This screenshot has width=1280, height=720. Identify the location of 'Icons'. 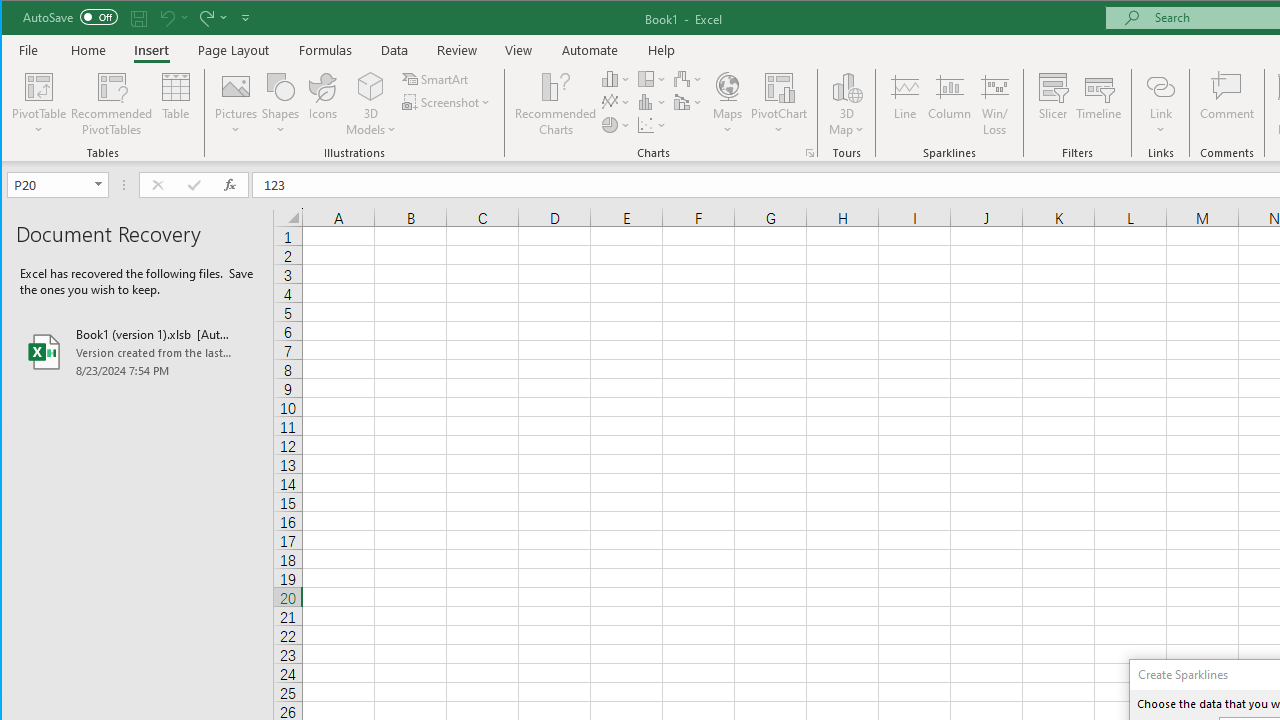
(323, 104).